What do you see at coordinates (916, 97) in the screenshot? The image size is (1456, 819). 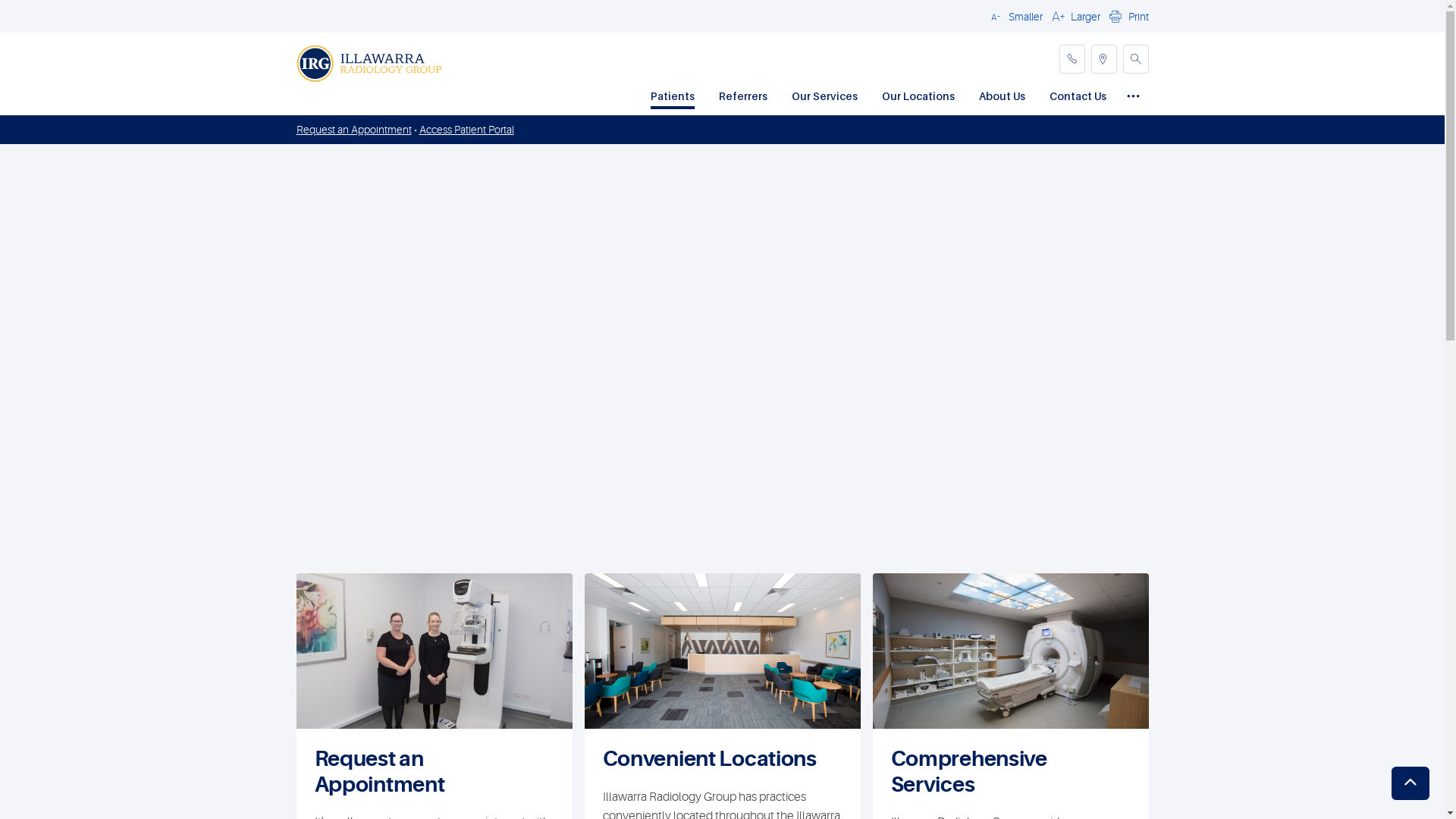 I see `'Our Locations'` at bounding box center [916, 97].